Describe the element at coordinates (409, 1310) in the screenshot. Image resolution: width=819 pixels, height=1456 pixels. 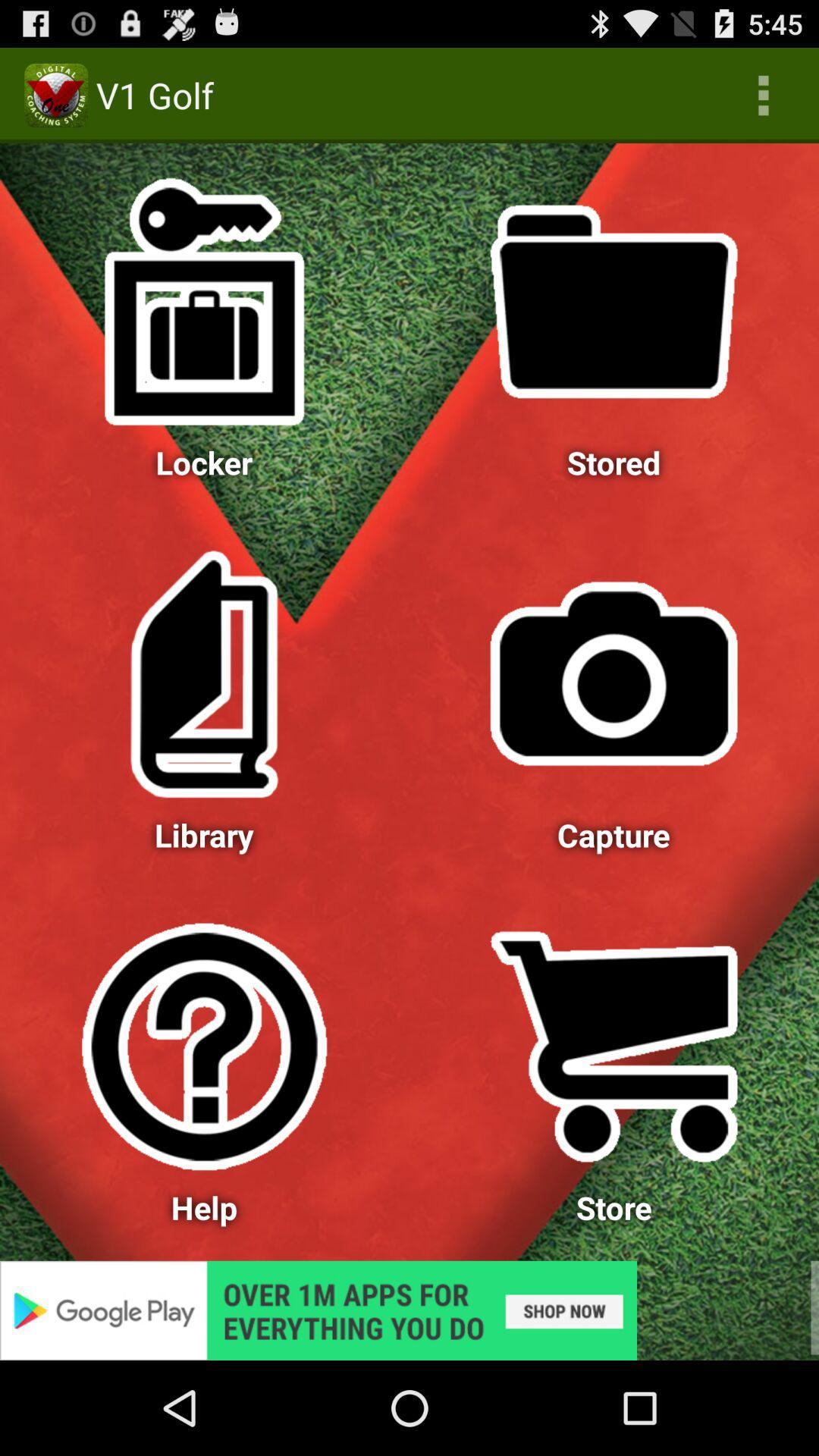
I see `advertisement` at that location.